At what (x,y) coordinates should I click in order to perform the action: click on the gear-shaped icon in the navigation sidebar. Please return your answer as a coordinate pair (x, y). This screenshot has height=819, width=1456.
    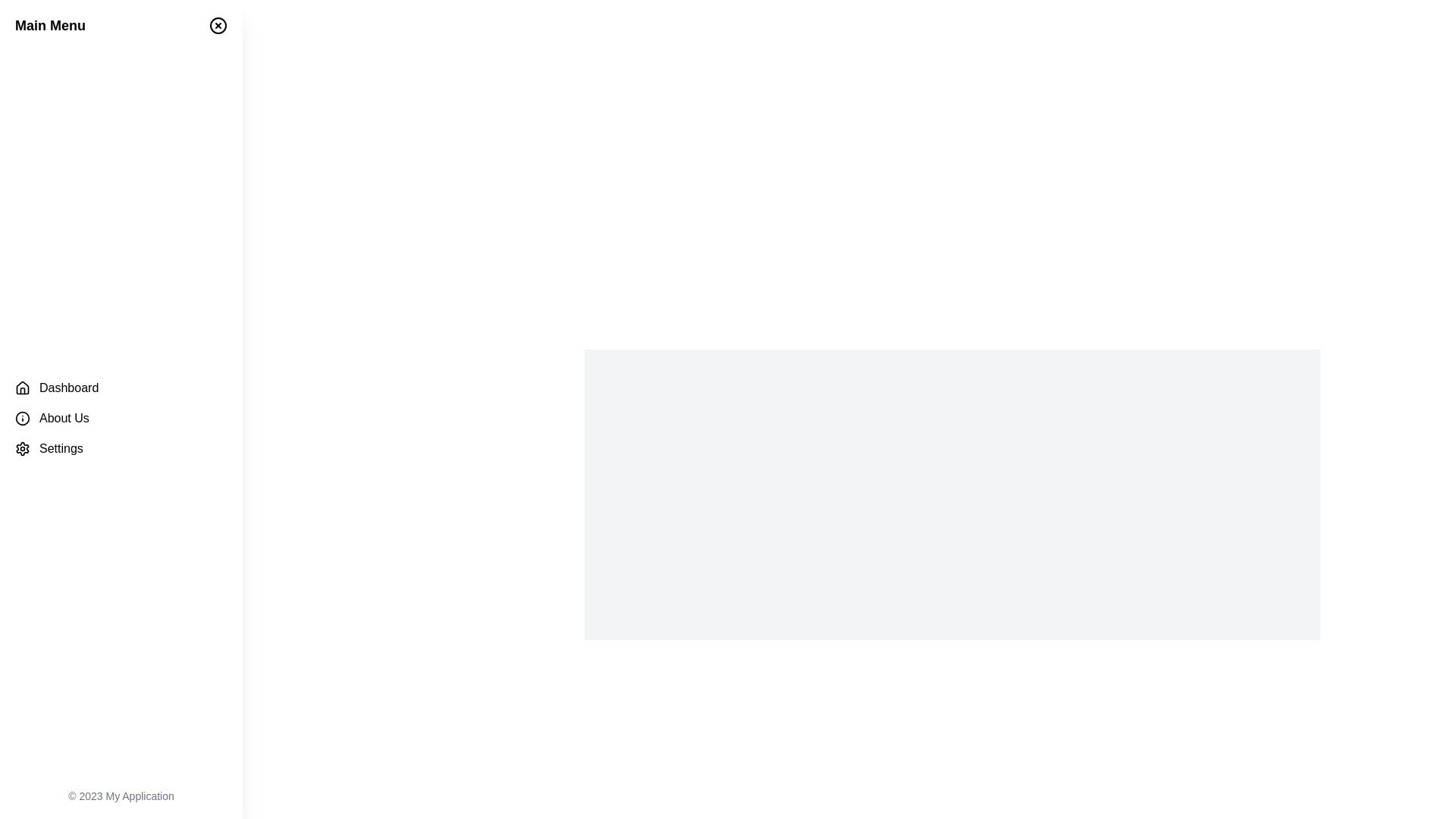
    Looking at the image, I should click on (22, 447).